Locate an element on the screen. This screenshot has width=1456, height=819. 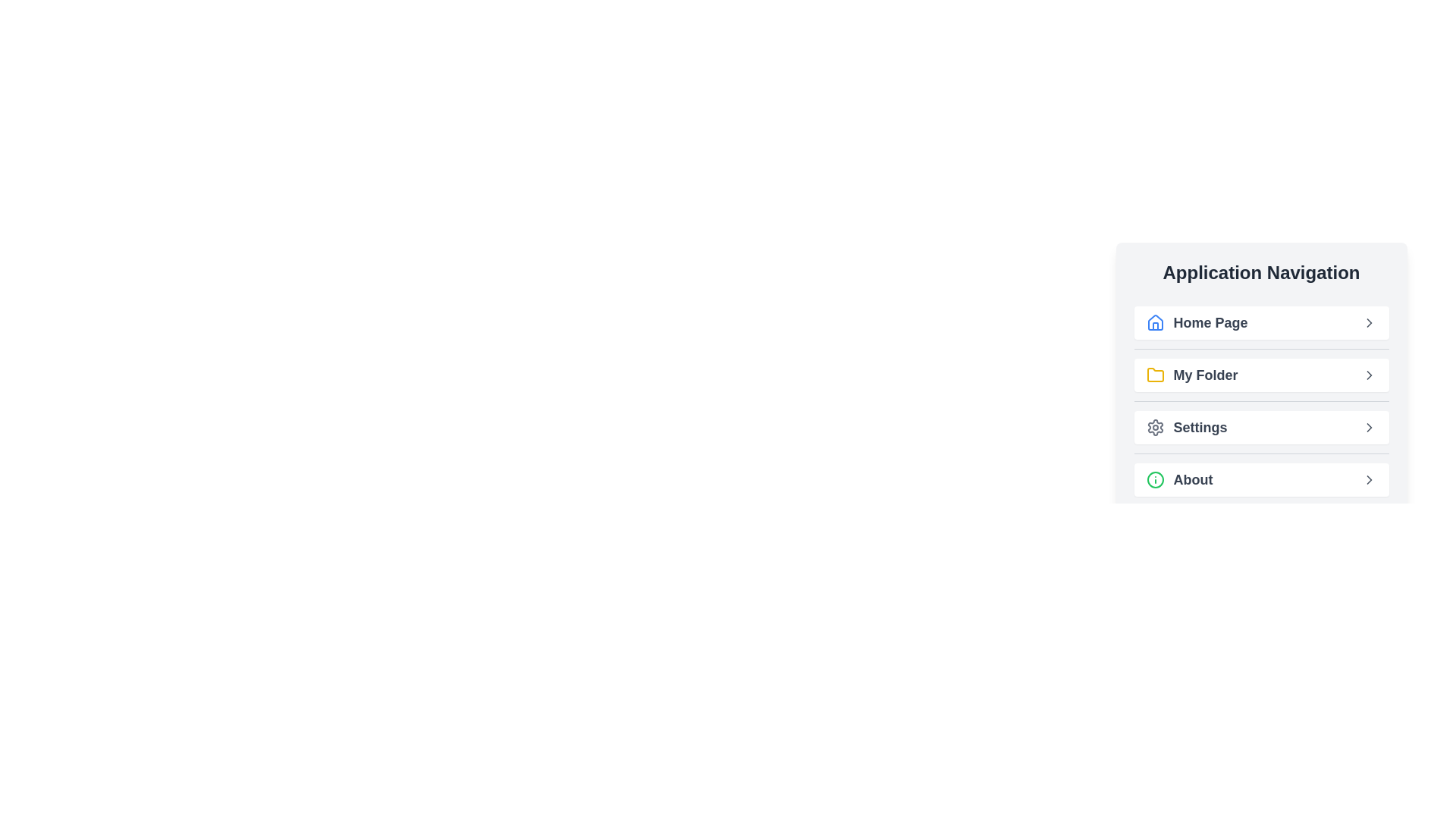
the 'Home Page' text label in the navigation menu, which is displayed in bold, dark font and positioned to the right of a blue house-shaped icon is located at coordinates (1210, 322).